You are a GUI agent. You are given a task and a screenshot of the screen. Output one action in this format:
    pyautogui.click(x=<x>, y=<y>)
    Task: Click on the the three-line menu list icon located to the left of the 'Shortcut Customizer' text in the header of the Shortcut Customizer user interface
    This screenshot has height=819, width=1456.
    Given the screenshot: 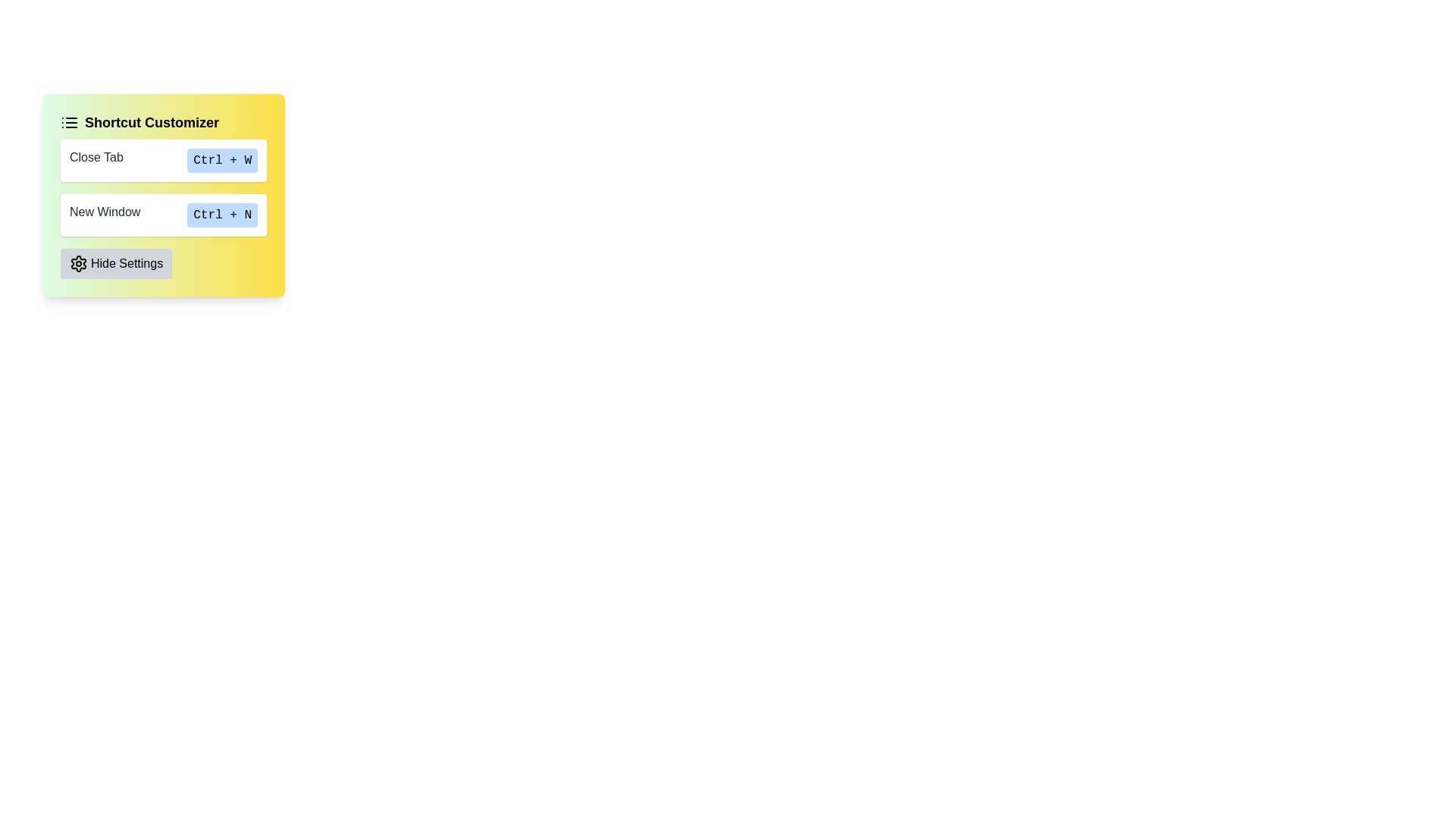 What is the action you would take?
    pyautogui.click(x=68, y=122)
    